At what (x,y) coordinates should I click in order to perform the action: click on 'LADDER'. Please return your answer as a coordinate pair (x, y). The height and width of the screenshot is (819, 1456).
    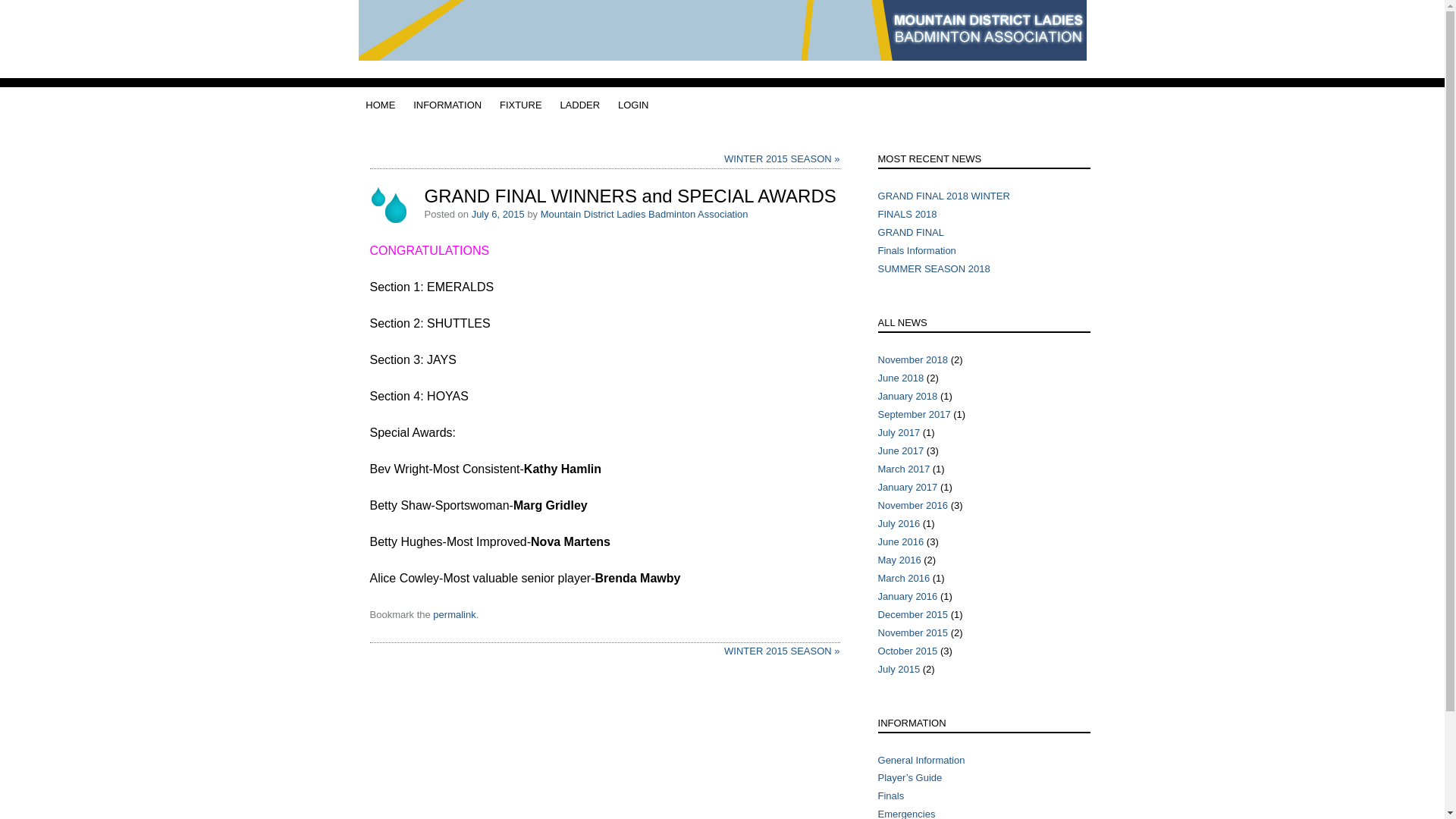
    Looking at the image, I should click on (559, 104).